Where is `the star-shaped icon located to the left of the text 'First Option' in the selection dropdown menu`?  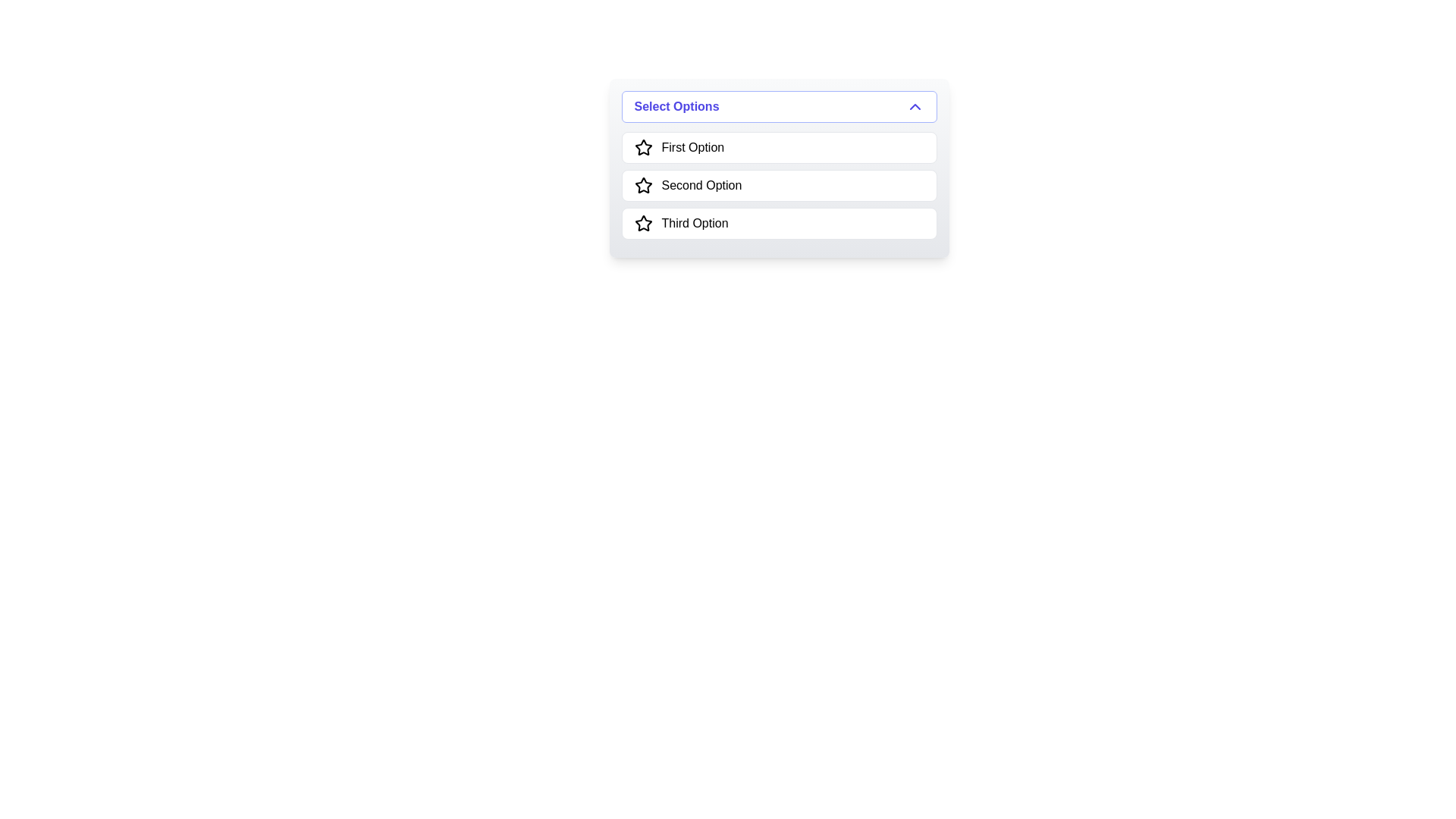 the star-shaped icon located to the left of the text 'First Option' in the selection dropdown menu is located at coordinates (643, 148).